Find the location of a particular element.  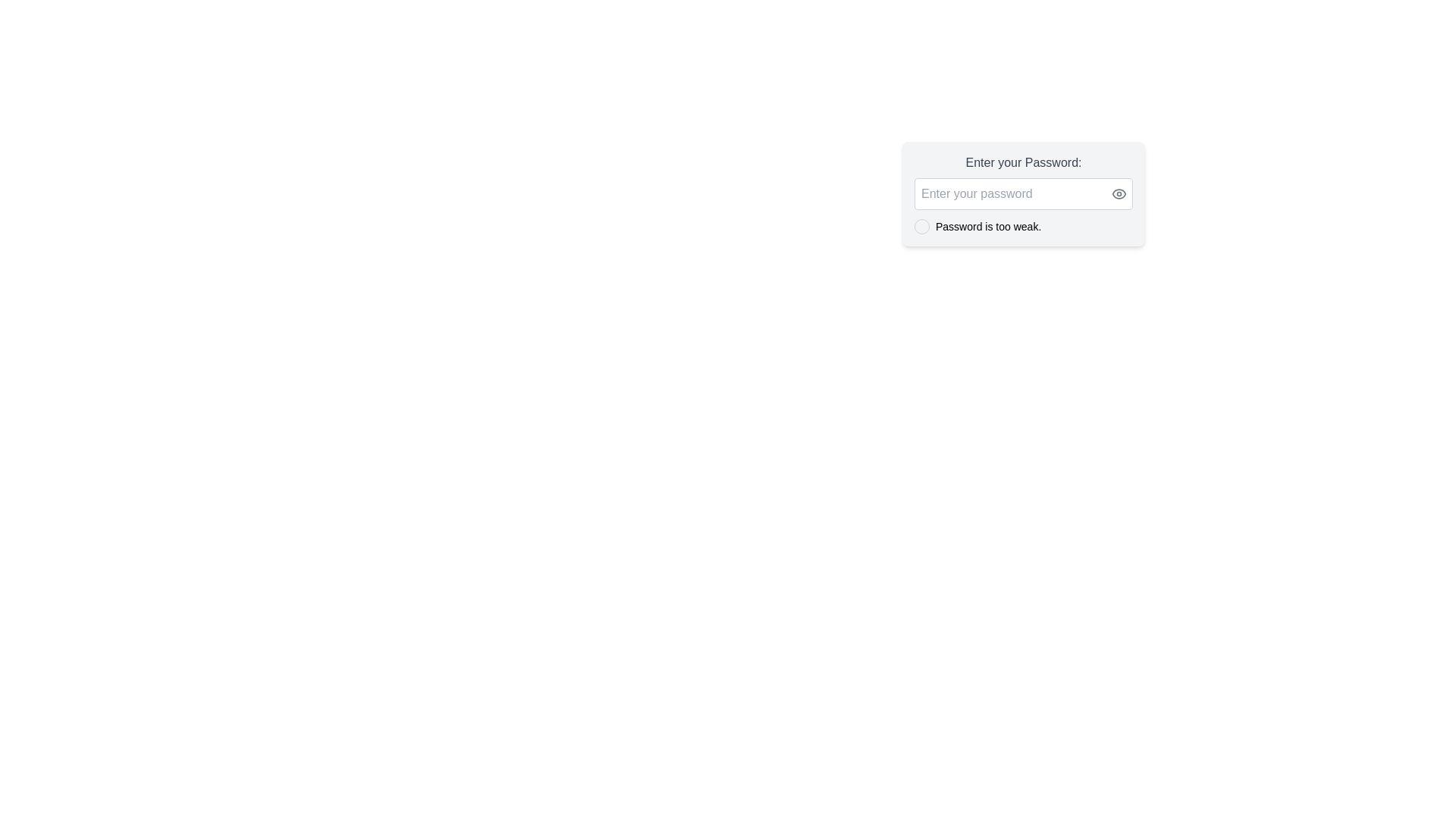

the Password input field located beneath the 'Enter your Password:' text to focus on it is located at coordinates (1023, 193).